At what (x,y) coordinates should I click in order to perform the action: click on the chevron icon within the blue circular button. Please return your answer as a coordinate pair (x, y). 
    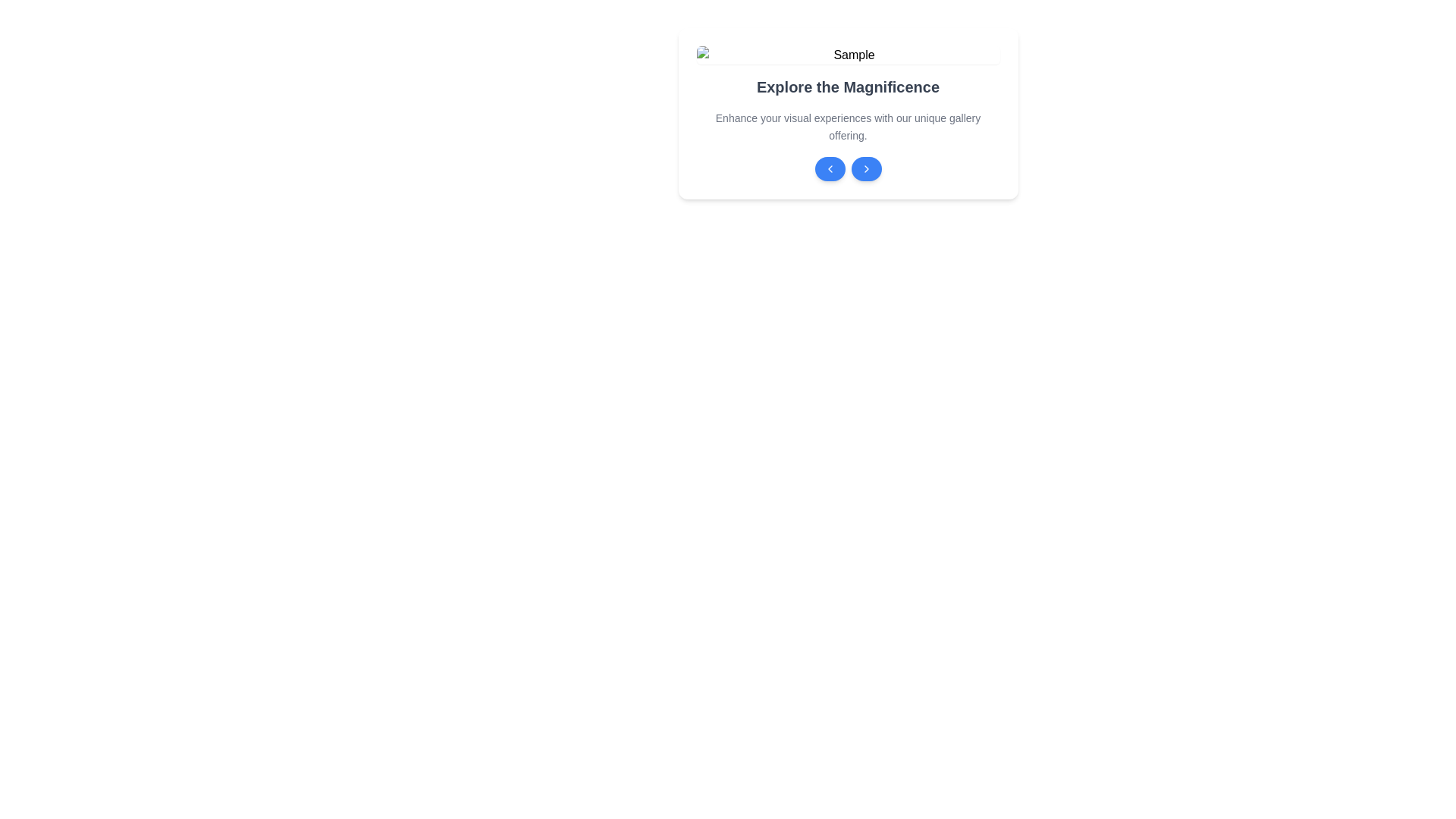
    Looking at the image, I should click on (866, 168).